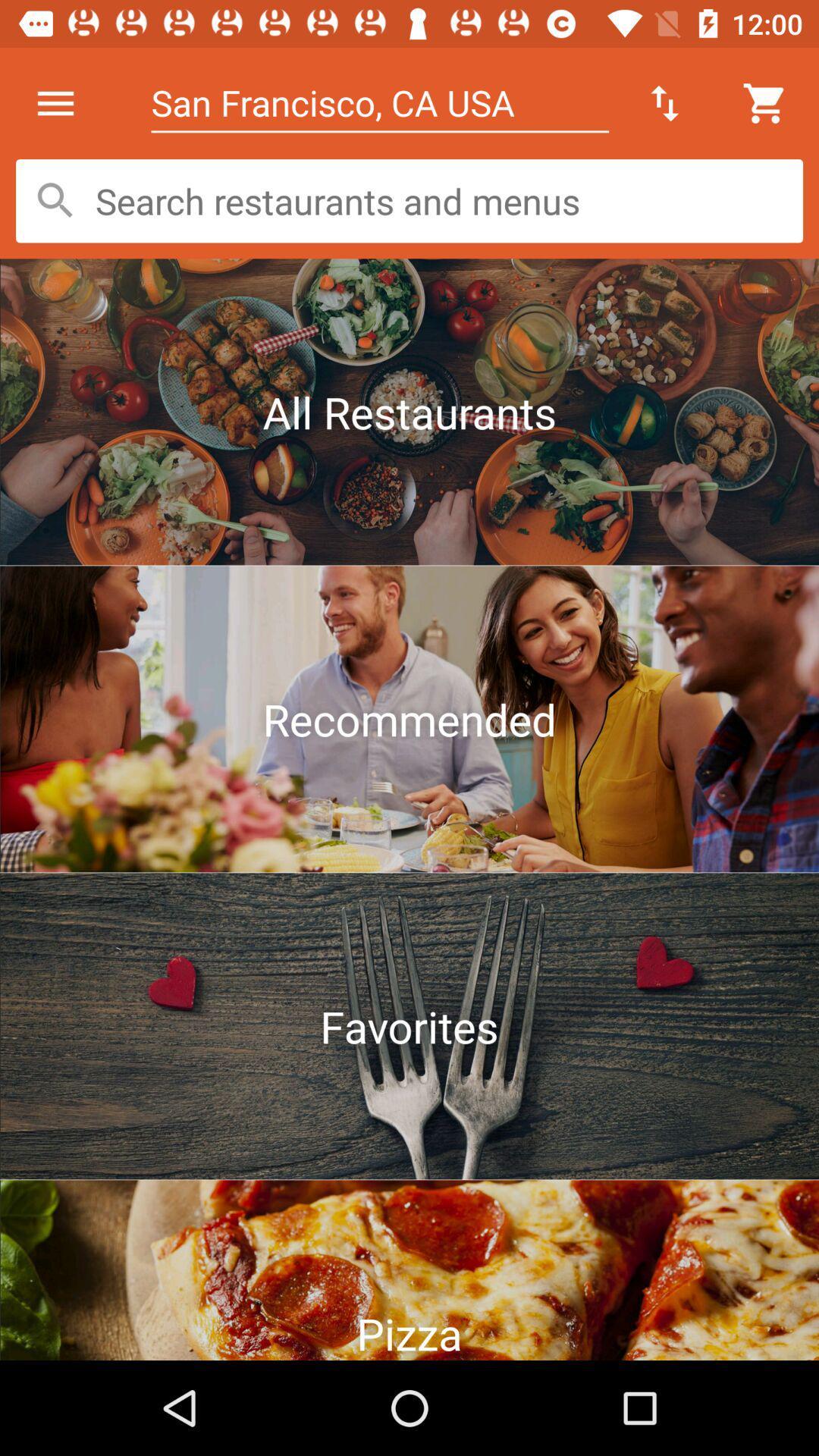 This screenshot has width=819, height=1456. Describe the element at coordinates (664, 102) in the screenshot. I see `the item next to san francisco ca icon` at that location.